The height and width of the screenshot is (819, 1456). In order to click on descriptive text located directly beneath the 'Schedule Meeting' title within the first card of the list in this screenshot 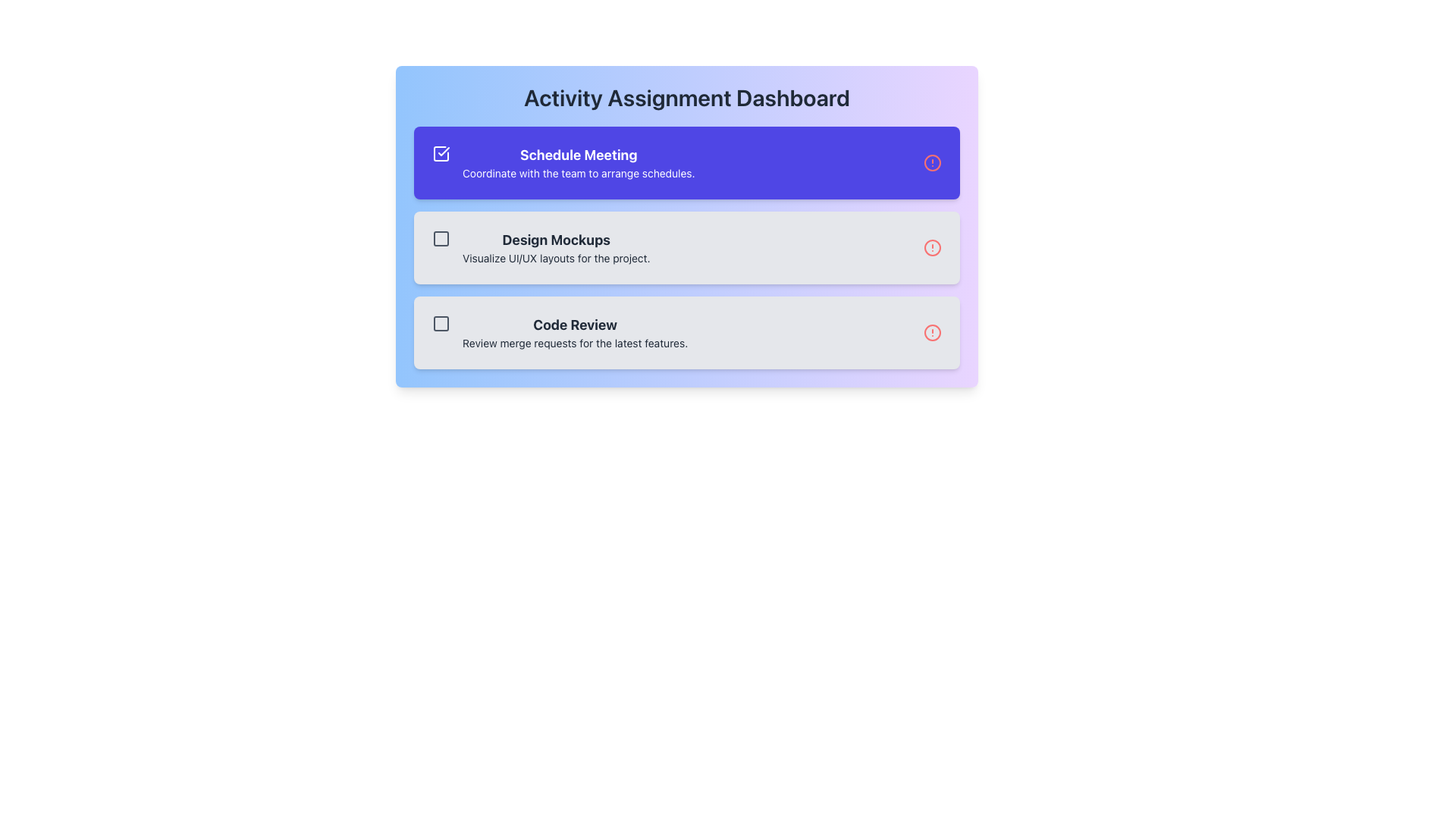, I will do `click(578, 172)`.